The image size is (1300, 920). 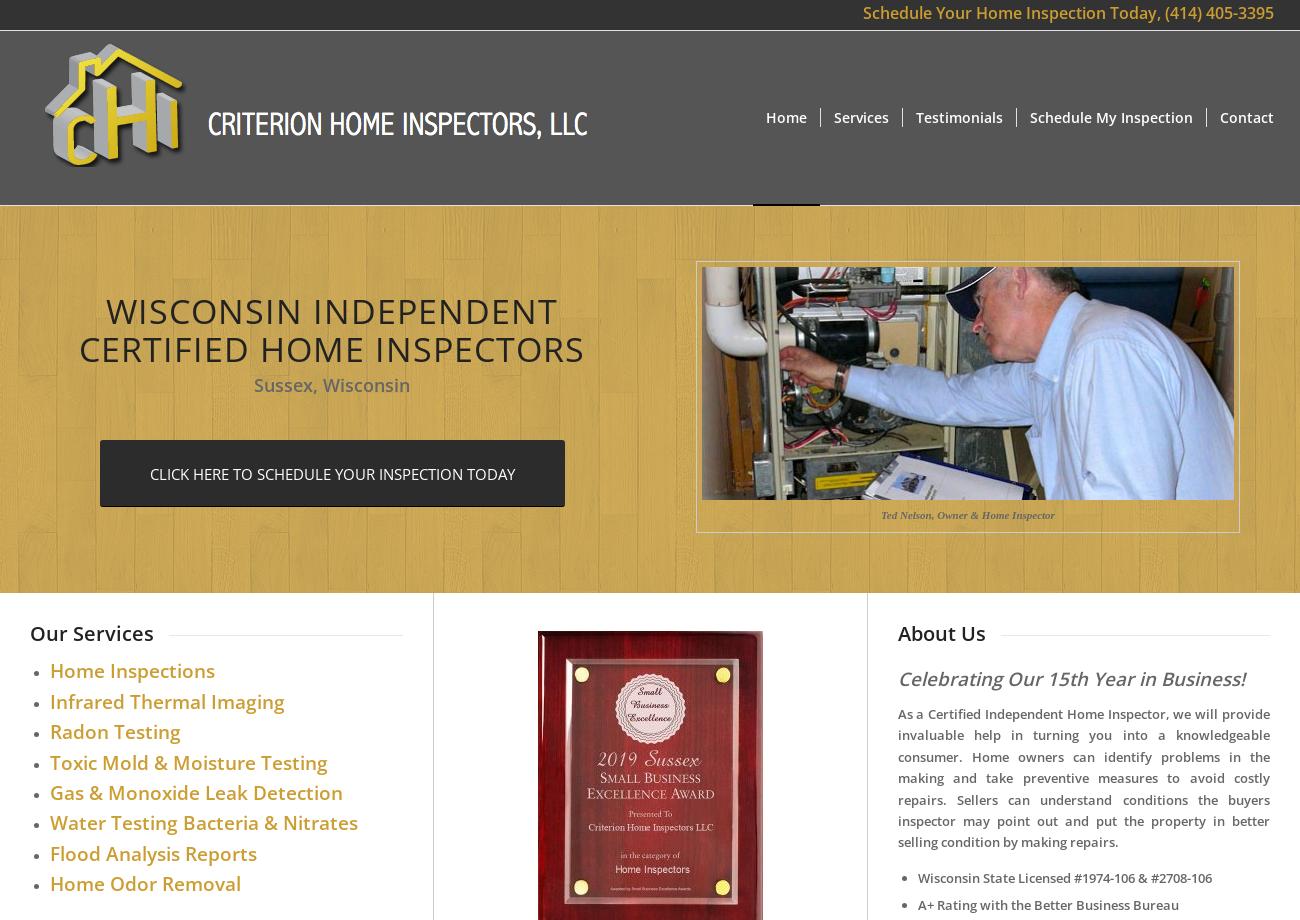 What do you see at coordinates (152, 851) in the screenshot?
I see `'Flood Analysis Reports'` at bounding box center [152, 851].